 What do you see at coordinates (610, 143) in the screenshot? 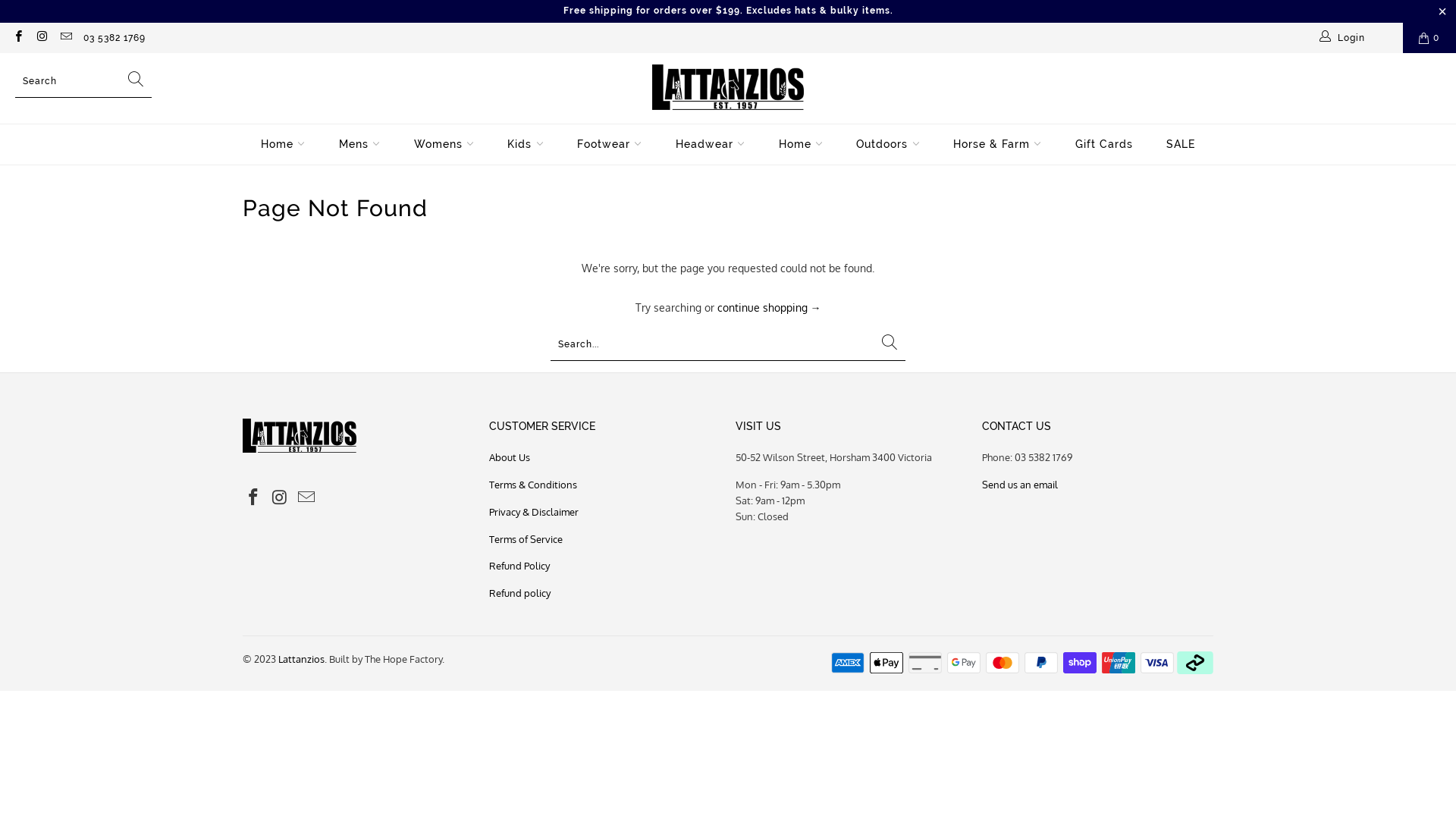
I see `'Footwear'` at bounding box center [610, 143].